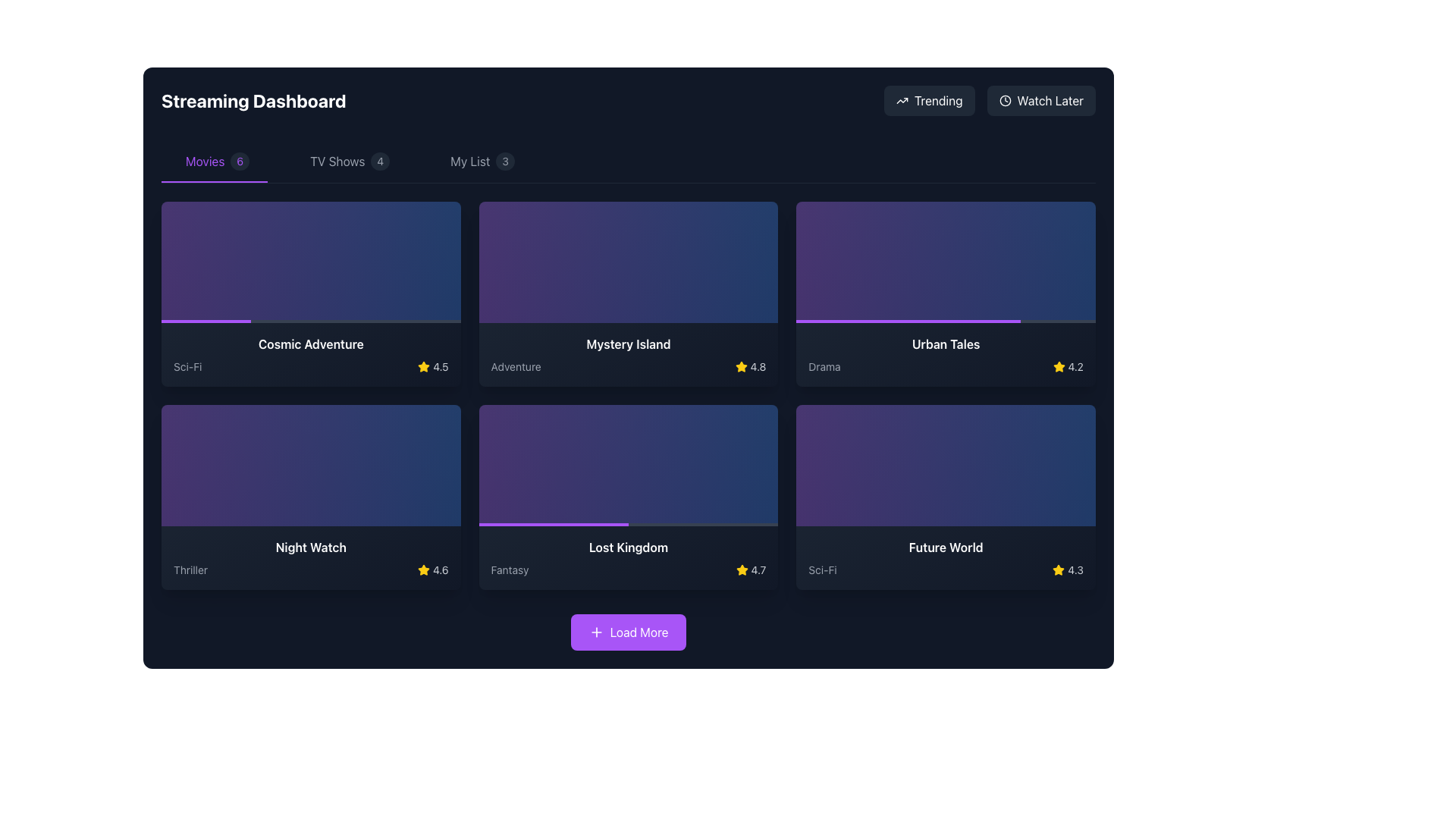 The height and width of the screenshot is (819, 1456). What do you see at coordinates (1067, 570) in the screenshot?
I see `the rating score displayed as '4.3' next to the filled yellow star icon at the bottom-right corner of the 'Future World' card` at bounding box center [1067, 570].